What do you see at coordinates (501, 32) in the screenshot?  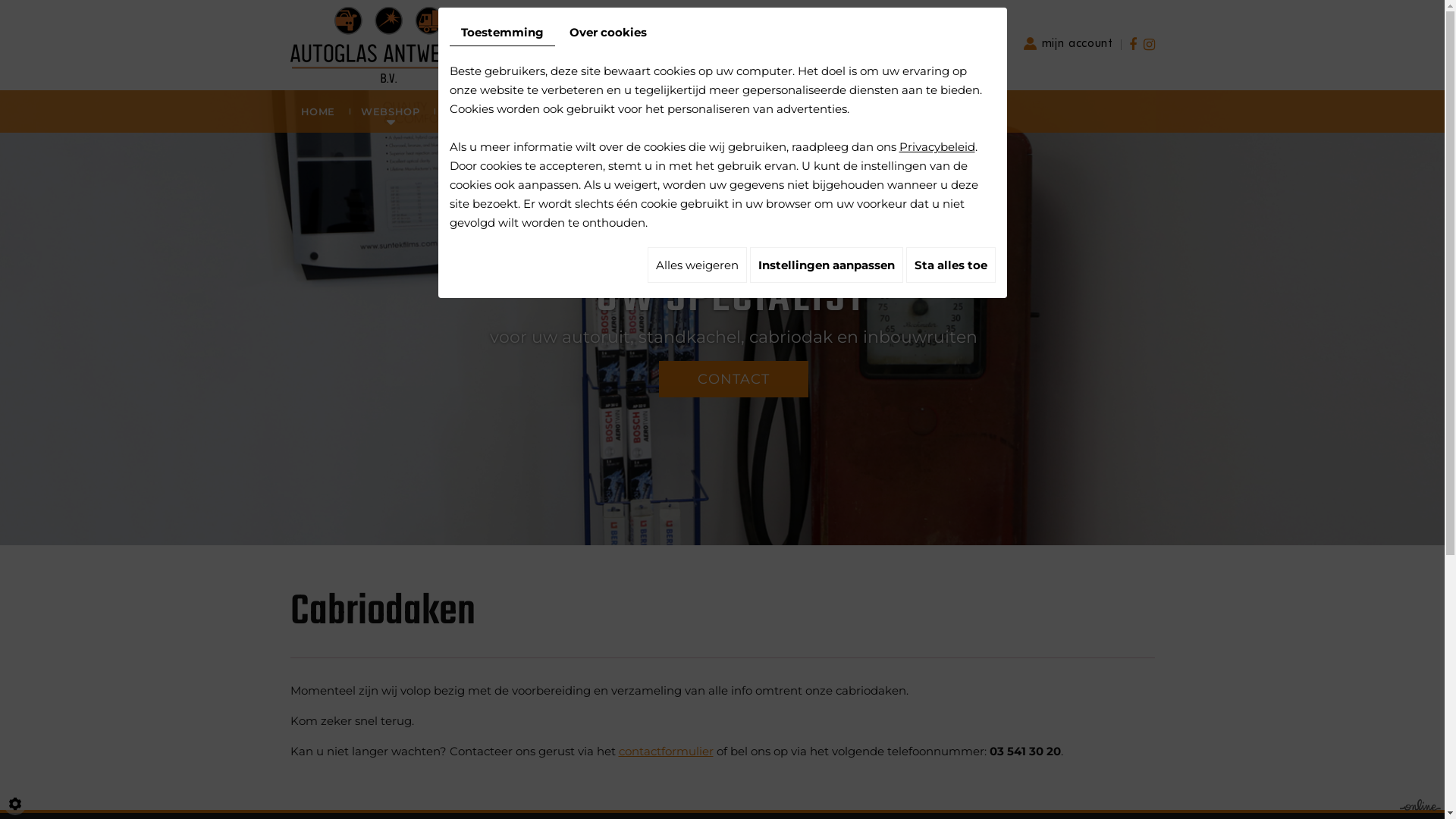 I see `'Toestemming'` at bounding box center [501, 32].